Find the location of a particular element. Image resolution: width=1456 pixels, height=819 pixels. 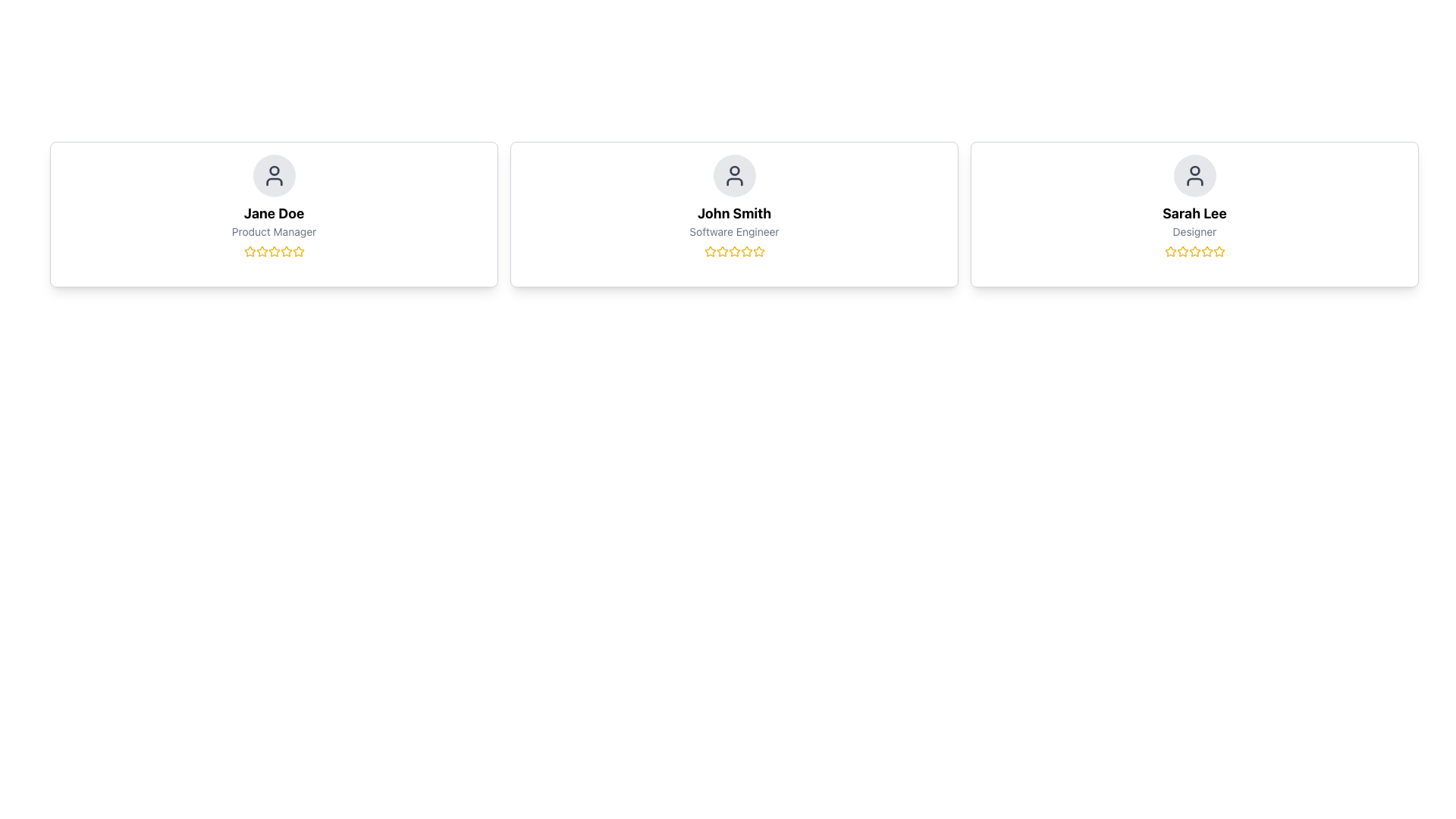

the third star-shaped icon with a golden-yellow color in the rating section under 'John Smith' and 'Software Engineer' is located at coordinates (746, 250).